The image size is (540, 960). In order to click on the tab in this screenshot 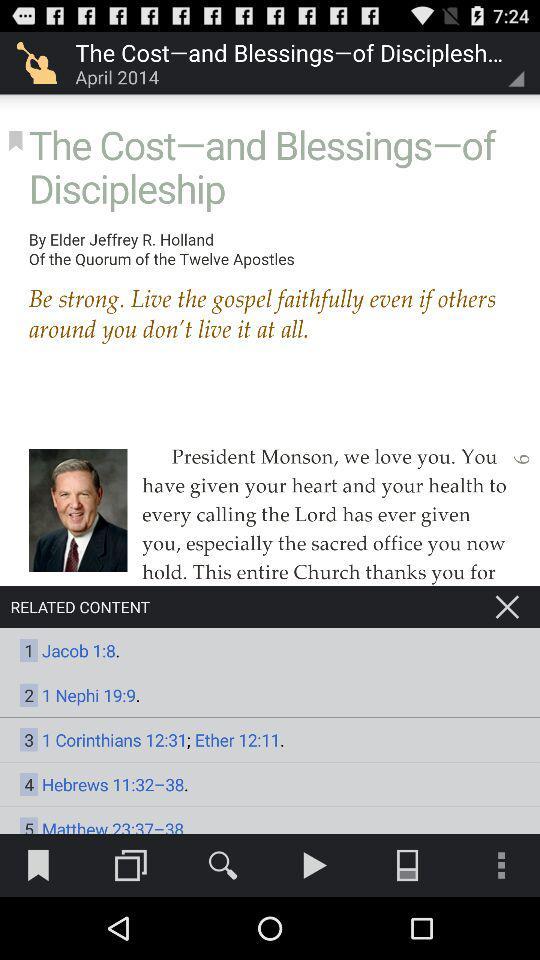, I will do `click(507, 606)`.